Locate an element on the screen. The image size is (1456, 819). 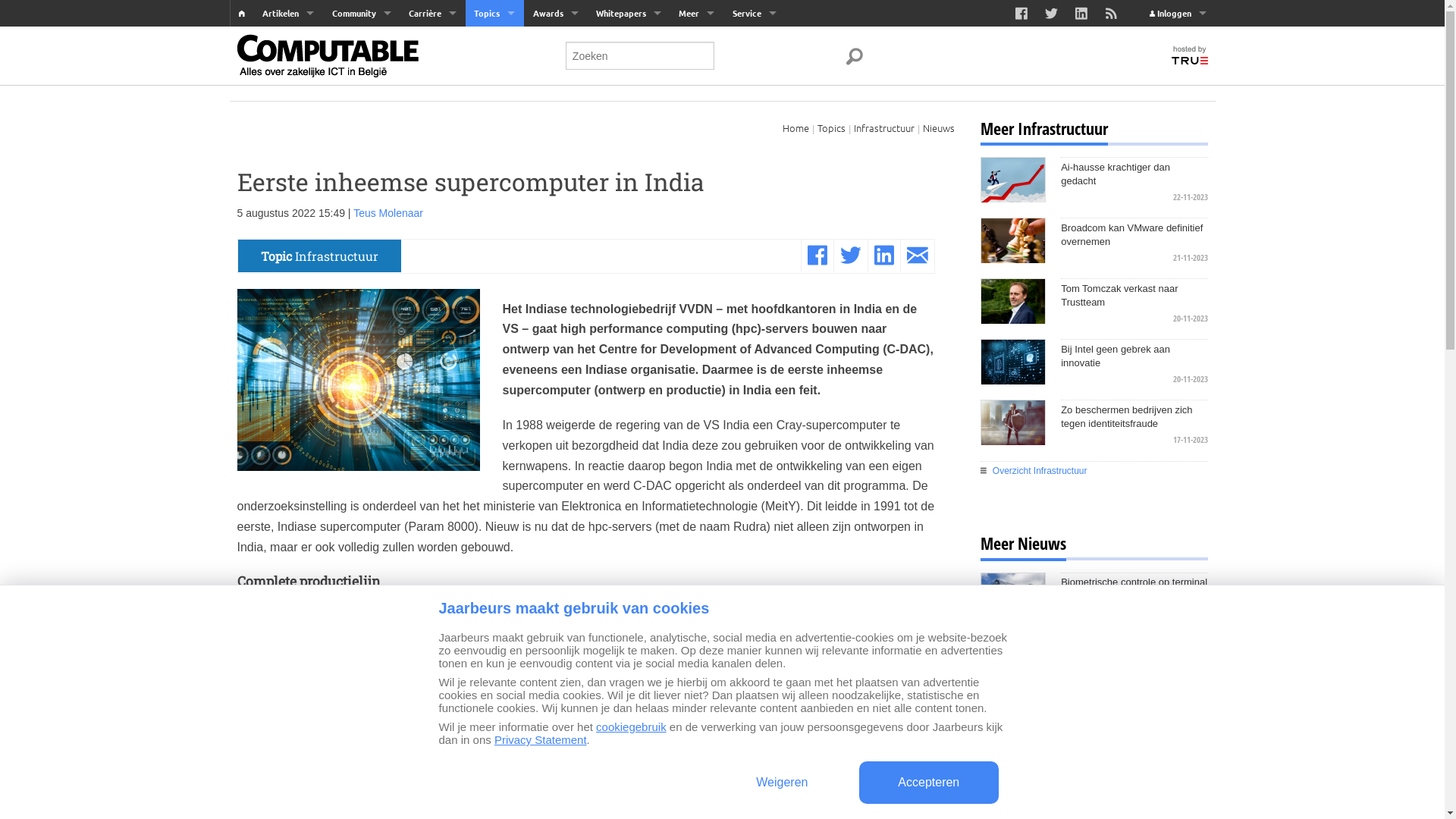
'Internet of things' is located at coordinates (494, 121).